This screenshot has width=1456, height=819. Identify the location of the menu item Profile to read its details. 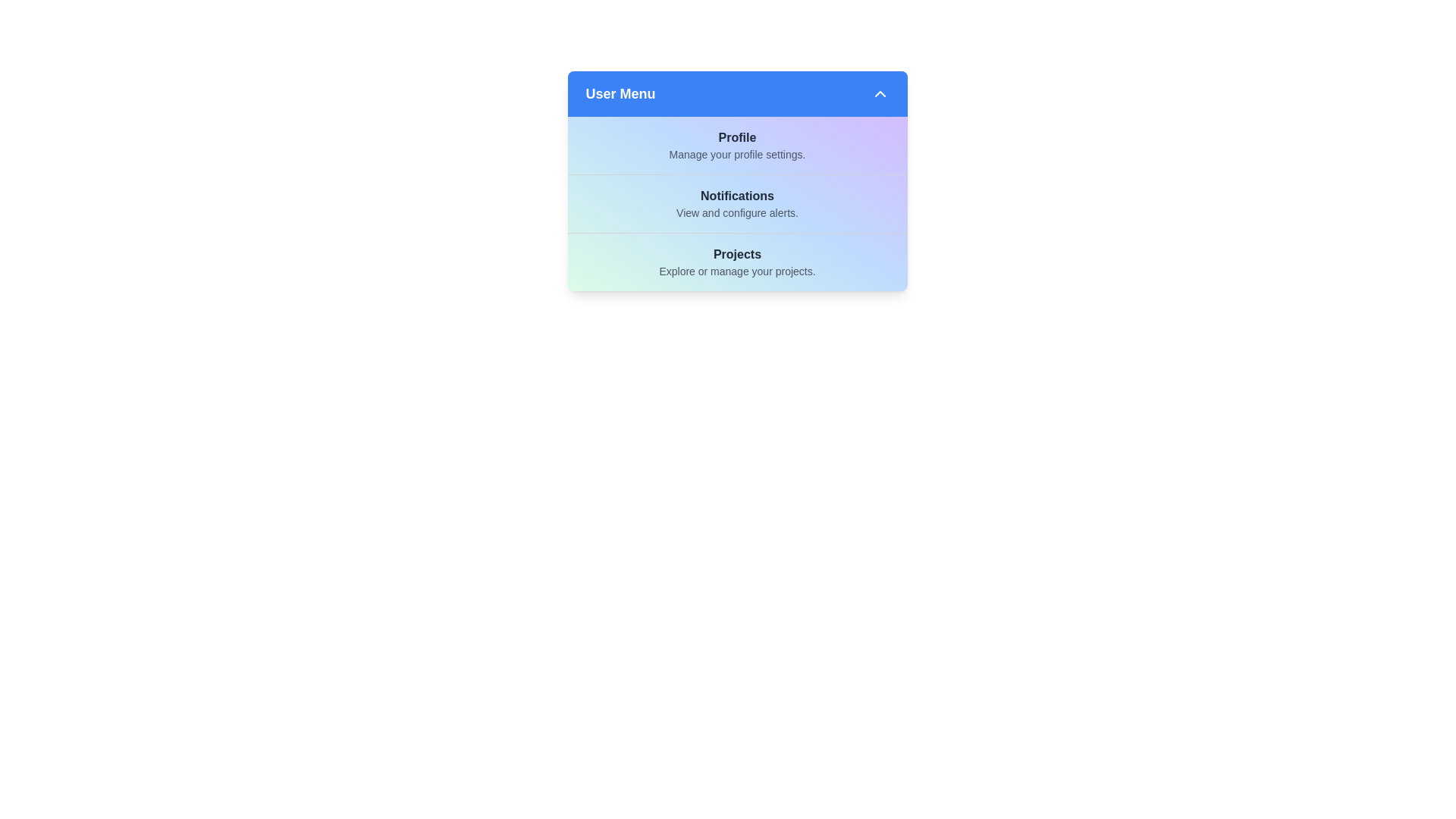
(737, 146).